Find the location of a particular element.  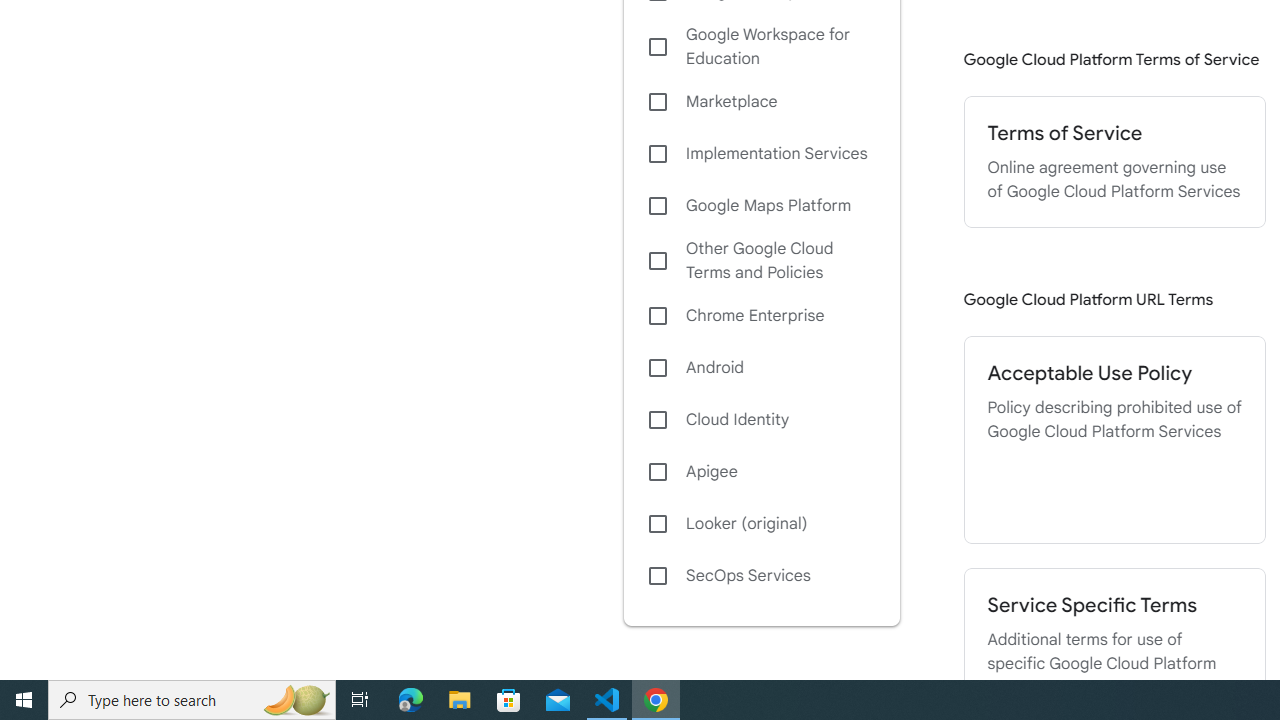

'Looker (original)' is located at coordinates (760, 523).